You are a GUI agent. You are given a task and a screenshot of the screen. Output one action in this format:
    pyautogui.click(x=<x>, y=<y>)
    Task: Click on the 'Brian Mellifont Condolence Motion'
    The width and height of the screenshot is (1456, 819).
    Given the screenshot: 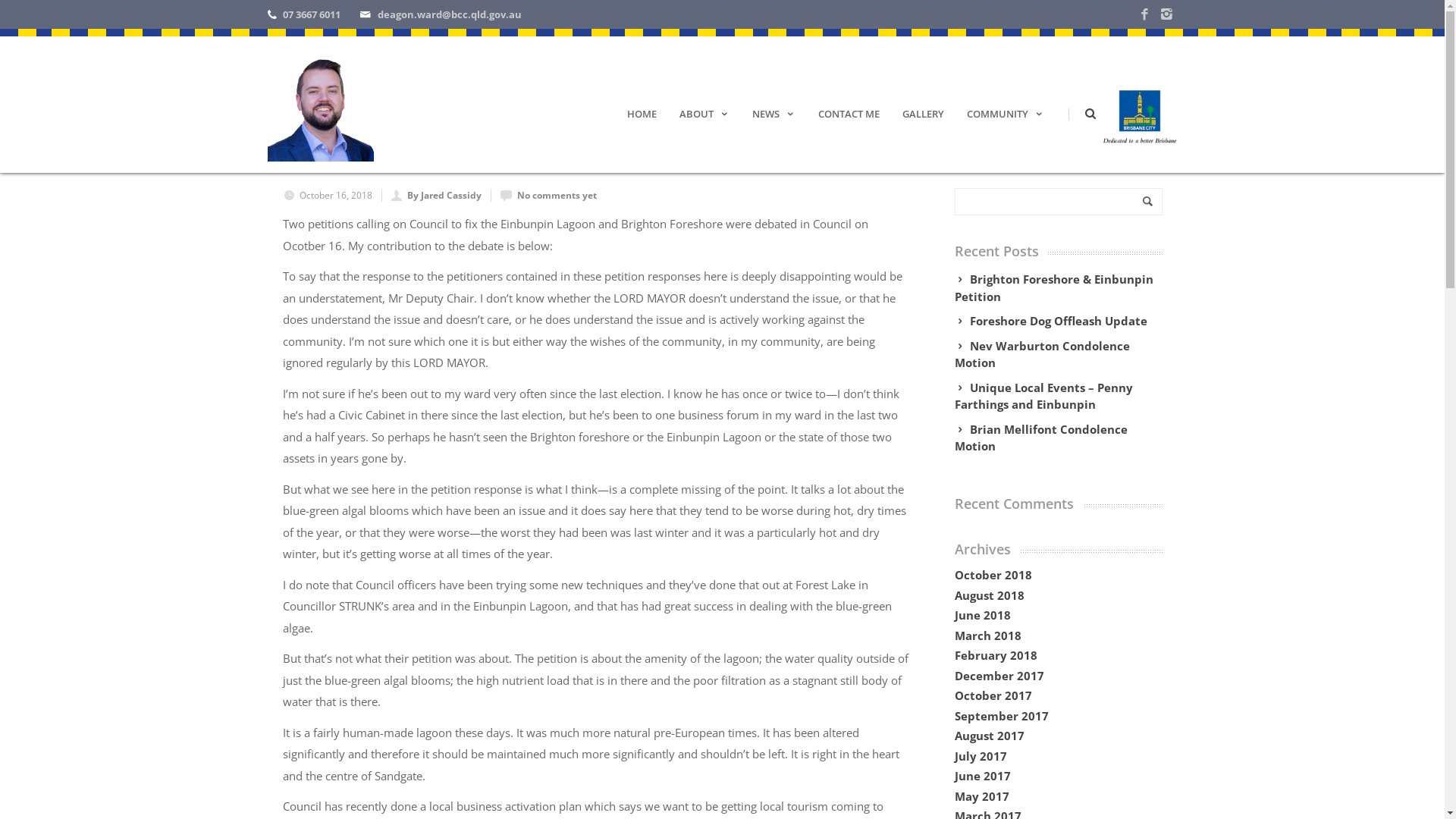 What is the action you would take?
    pyautogui.click(x=1057, y=438)
    